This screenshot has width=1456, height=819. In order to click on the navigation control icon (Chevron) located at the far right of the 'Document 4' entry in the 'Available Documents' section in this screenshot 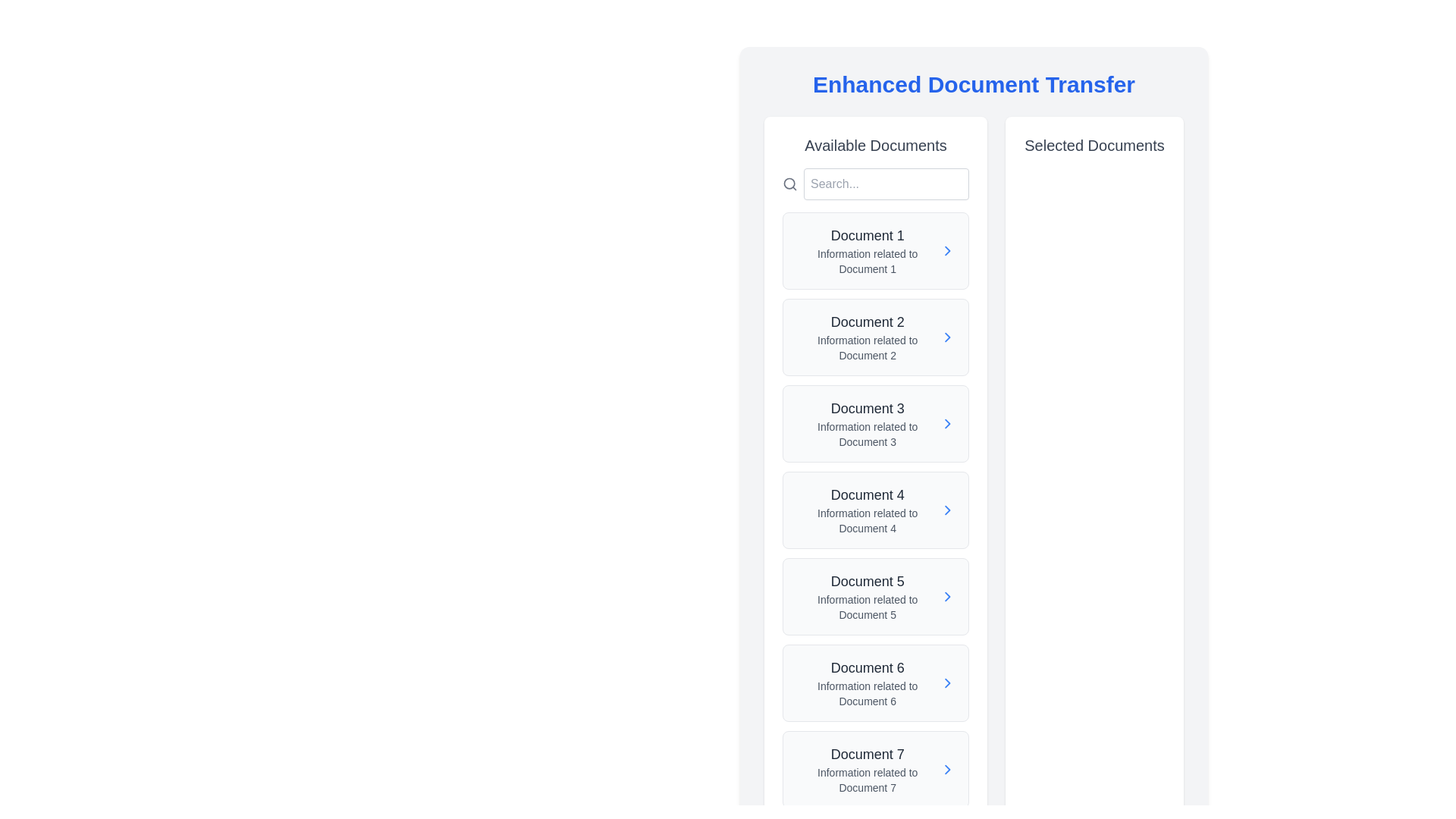, I will do `click(946, 510)`.